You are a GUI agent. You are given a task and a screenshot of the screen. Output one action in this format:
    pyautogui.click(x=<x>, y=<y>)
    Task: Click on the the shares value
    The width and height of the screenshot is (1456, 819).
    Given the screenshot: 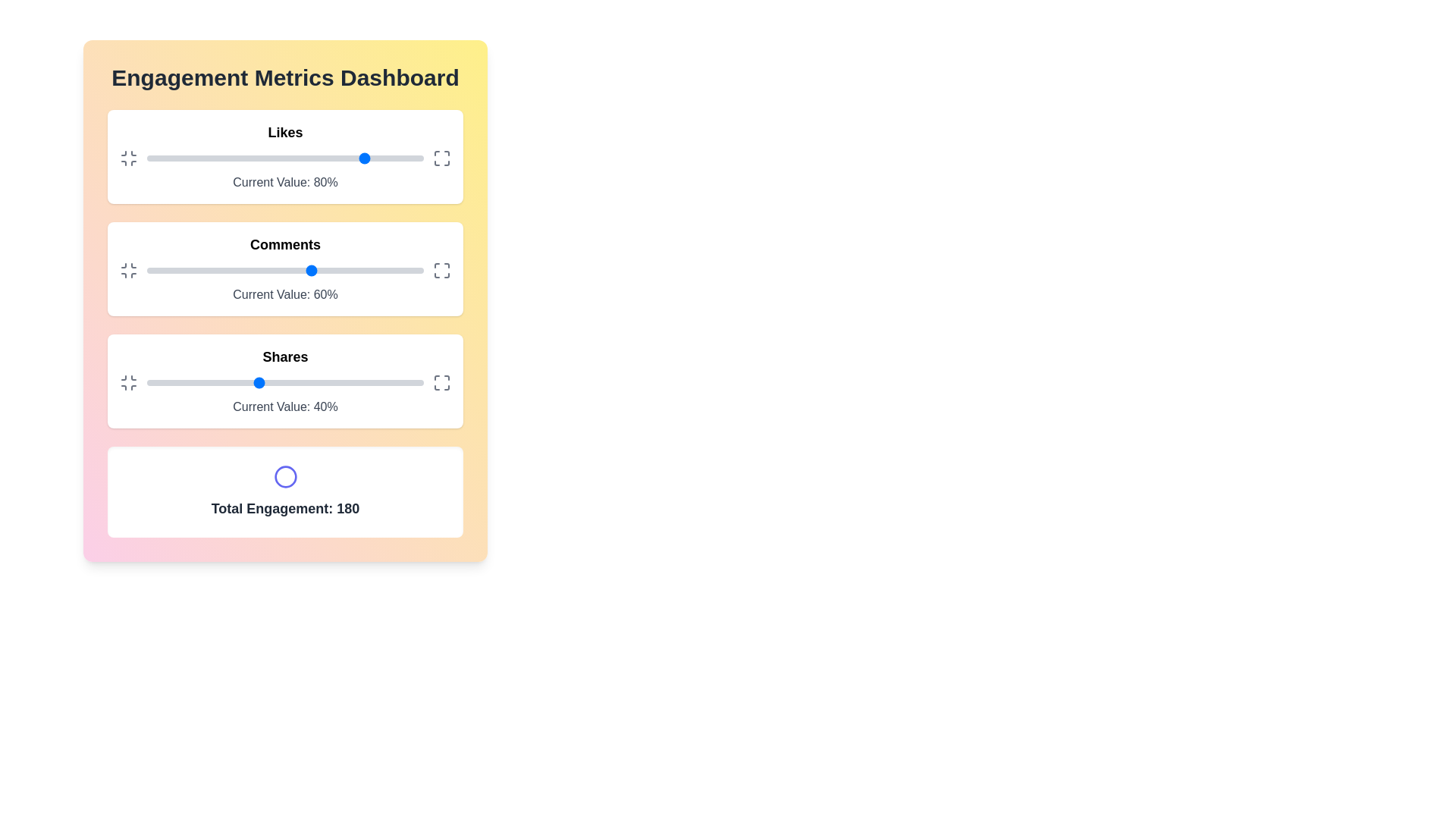 What is the action you would take?
    pyautogui.click(x=161, y=382)
    